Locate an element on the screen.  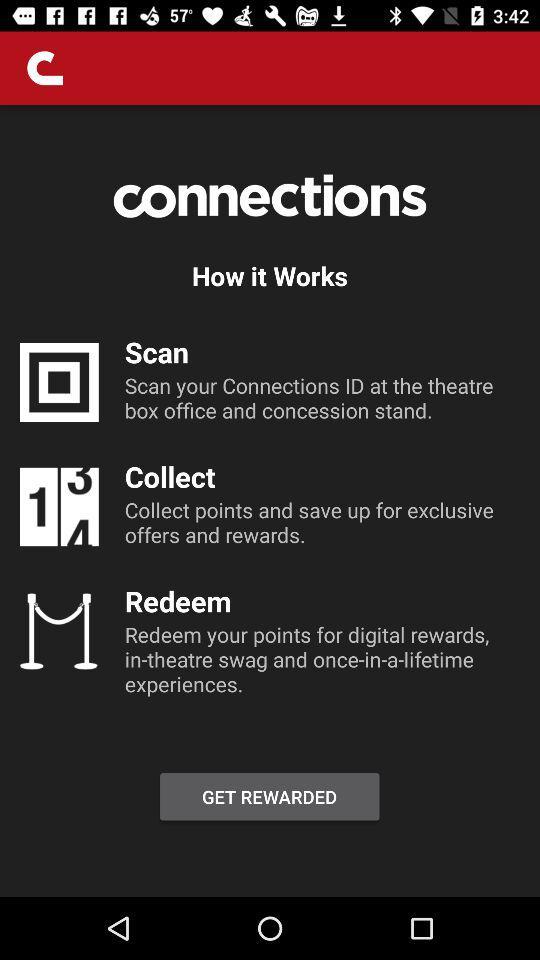
get rewarded icon is located at coordinates (269, 796).